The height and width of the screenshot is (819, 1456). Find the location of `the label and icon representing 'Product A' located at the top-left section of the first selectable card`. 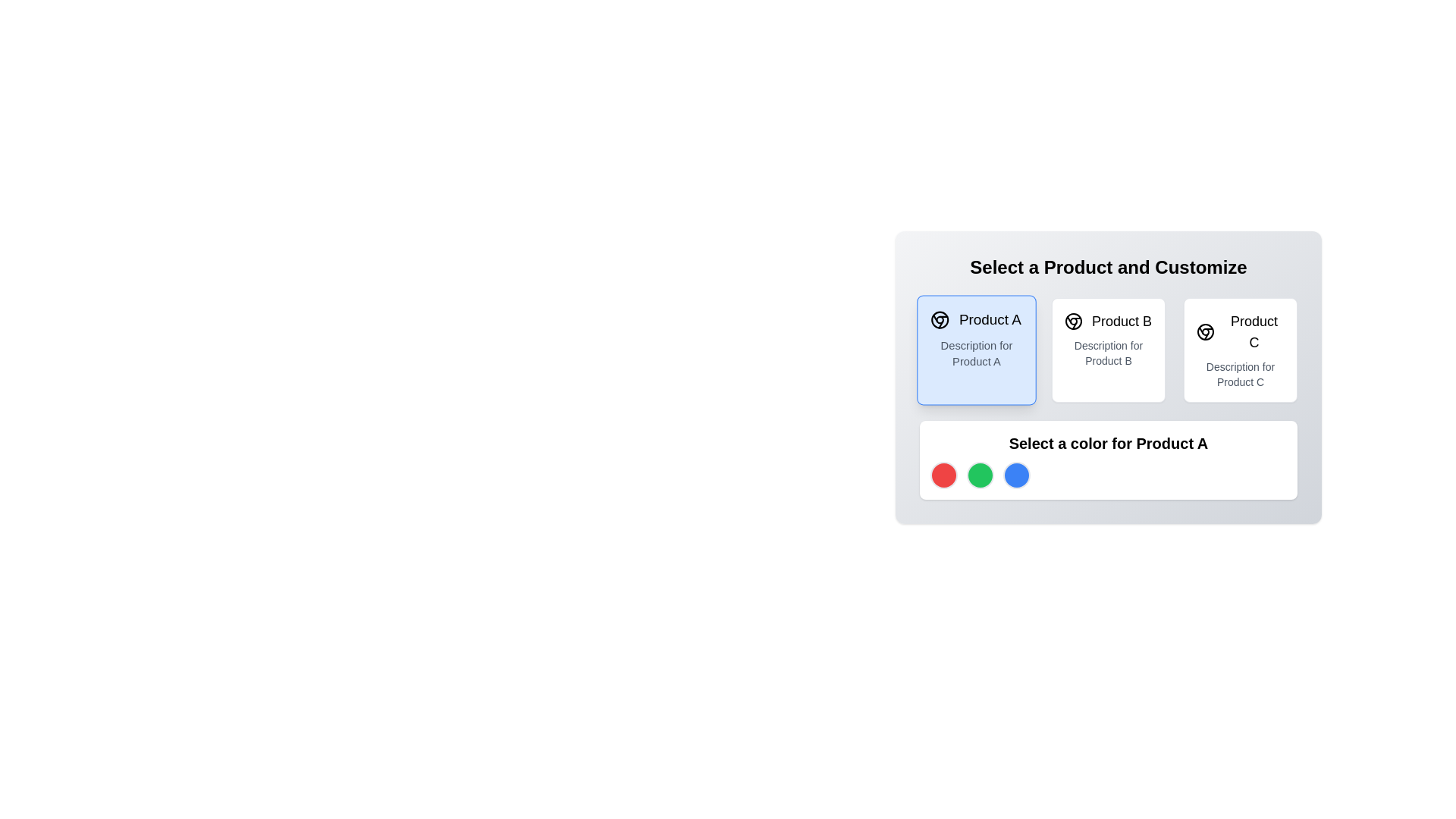

the label and icon representing 'Product A' located at the top-left section of the first selectable card is located at coordinates (976, 318).